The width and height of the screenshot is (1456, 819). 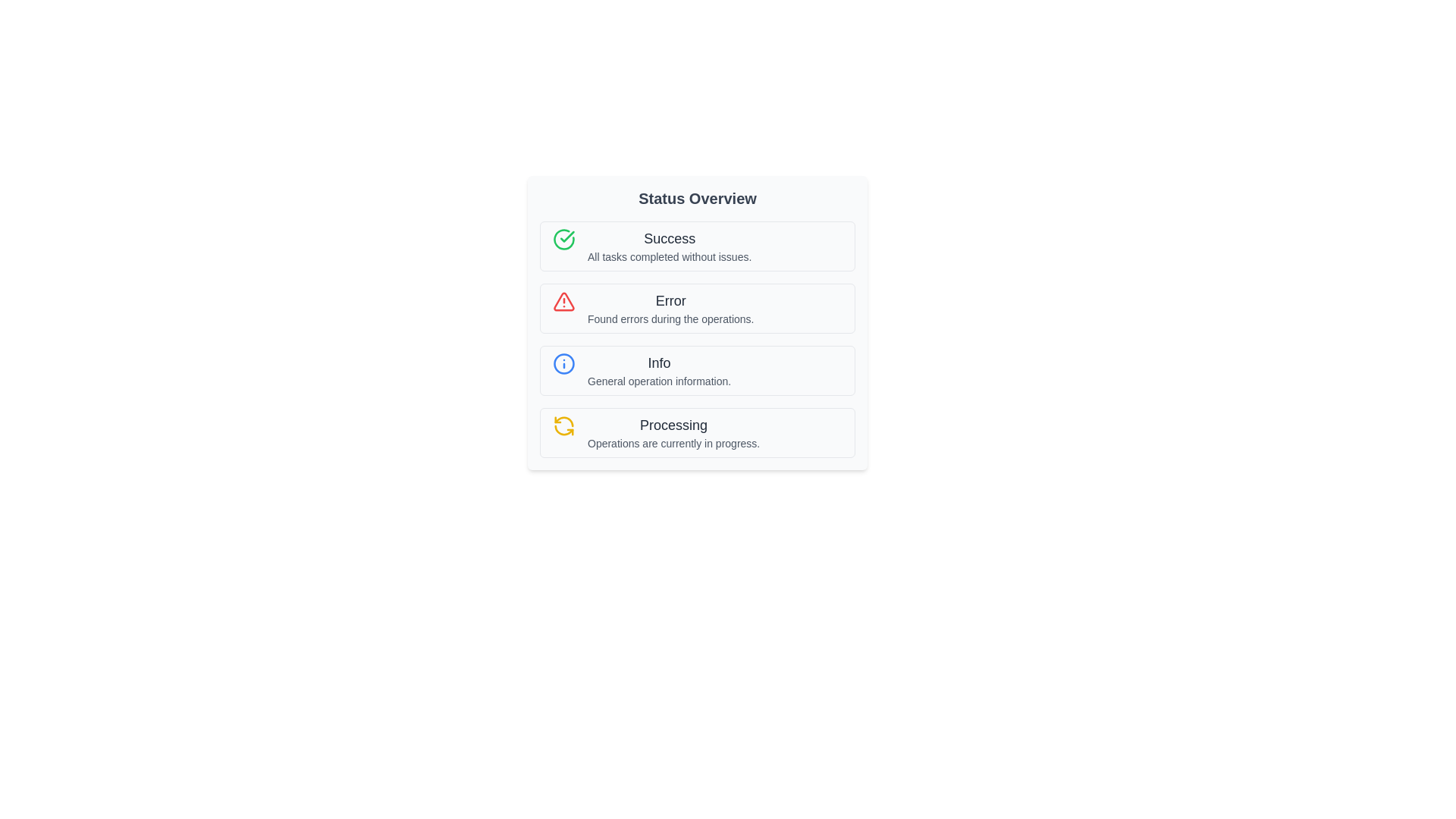 What do you see at coordinates (670, 318) in the screenshot?
I see `the text label displaying 'Found errors during the operations.' which is located directly below the heading 'Error'` at bounding box center [670, 318].